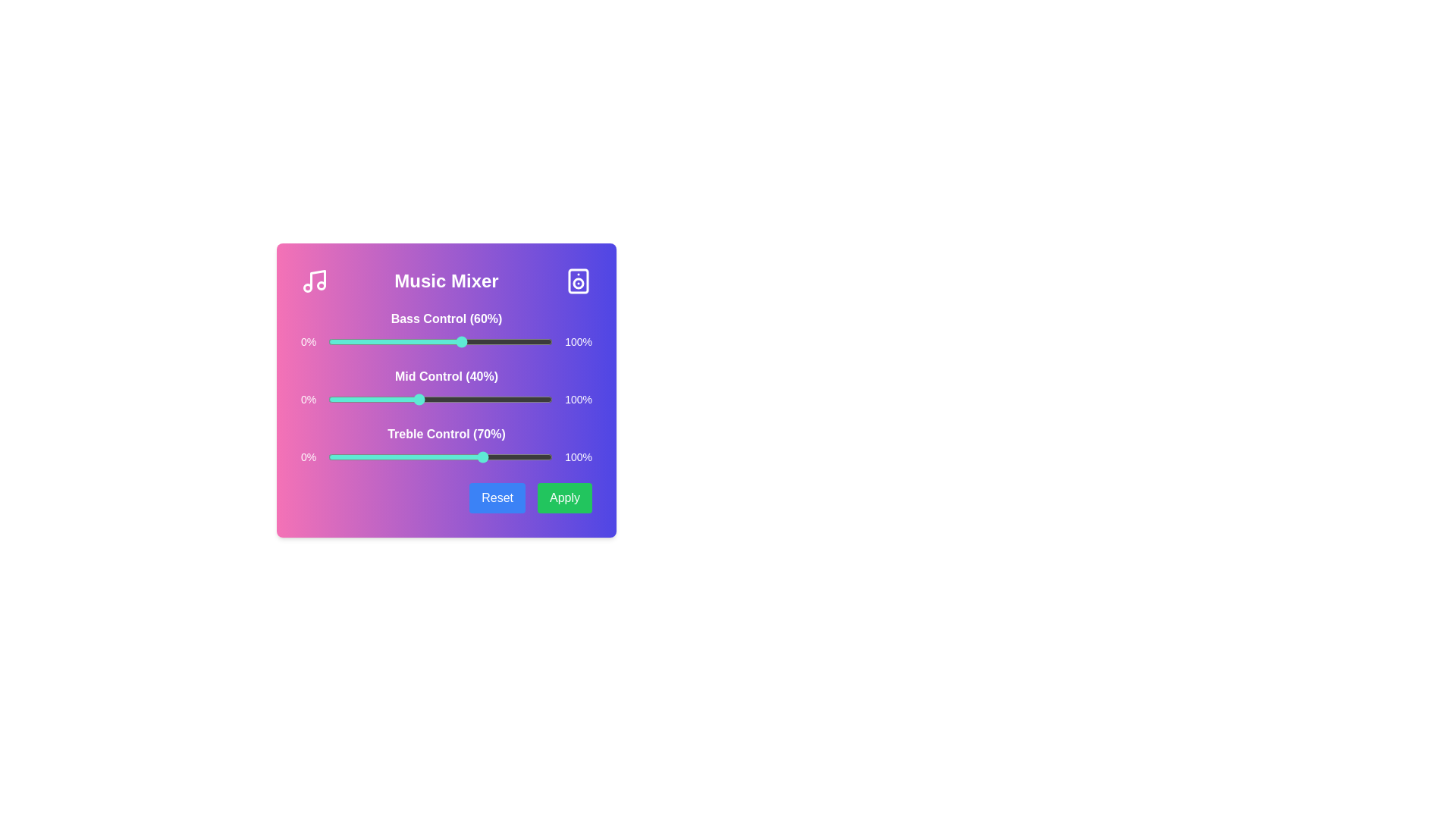 The image size is (1456, 819). I want to click on the bass control slider to 59%, so click(460, 342).